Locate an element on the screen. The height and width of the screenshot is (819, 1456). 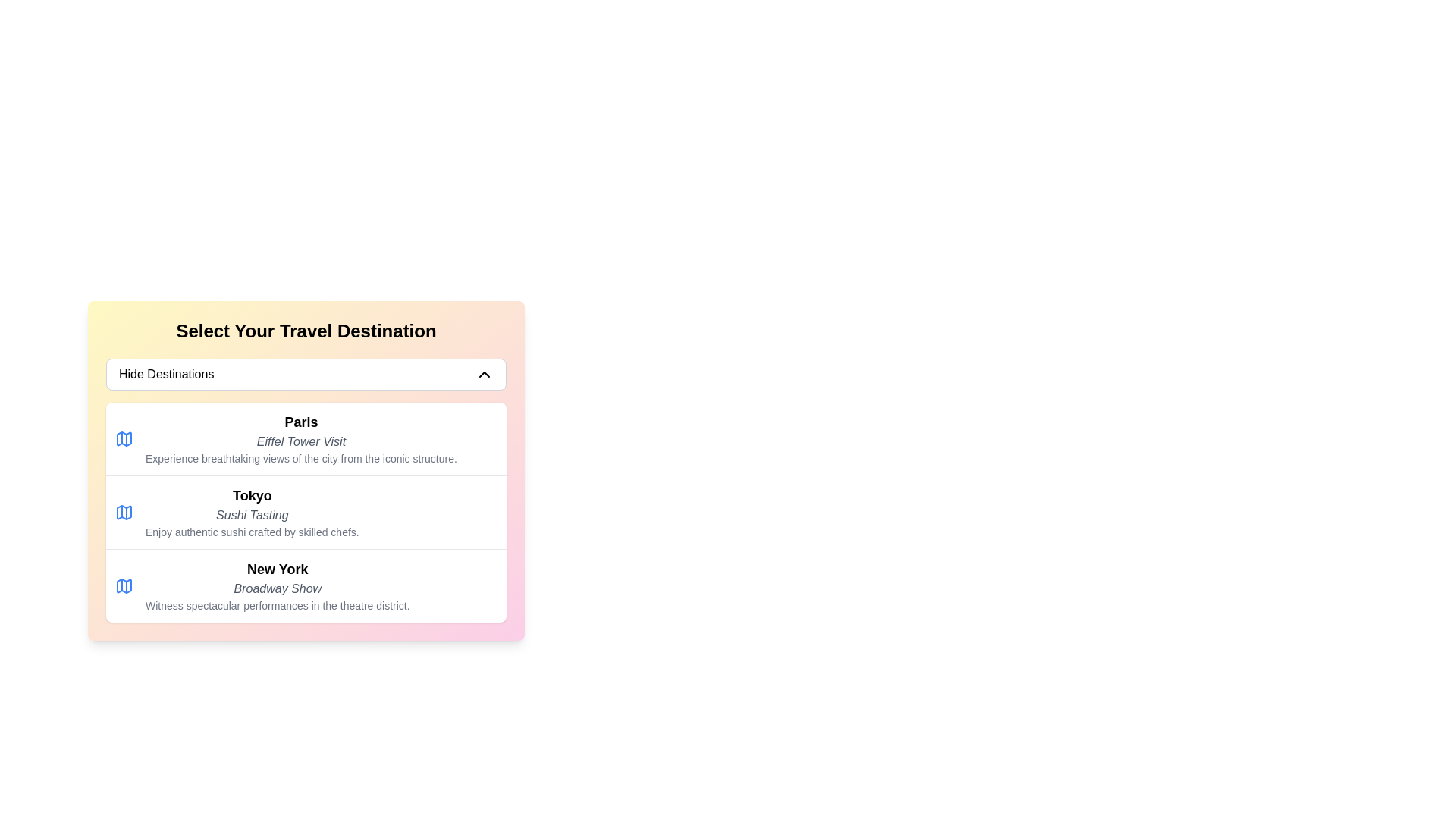
the text of the List Item displaying 'New York' with the subtitle 'Broadway Show' and description 'Witness spectacular performances in the theatre district.' is located at coordinates (305, 585).